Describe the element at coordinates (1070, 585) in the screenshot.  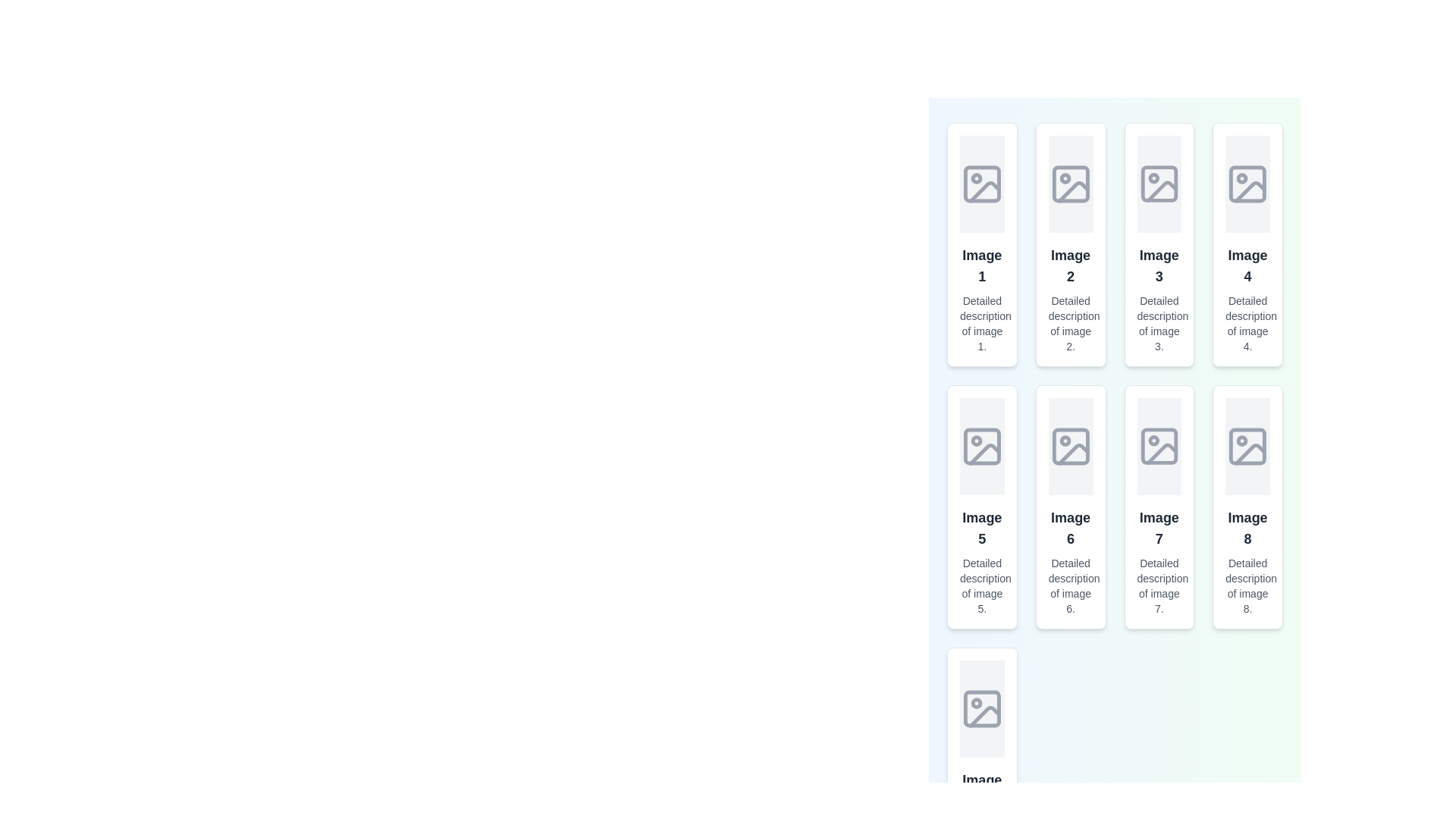
I see `text content of the descriptive label located in the second row, third column of the grid, positioned below the 'Image 6' title` at that location.